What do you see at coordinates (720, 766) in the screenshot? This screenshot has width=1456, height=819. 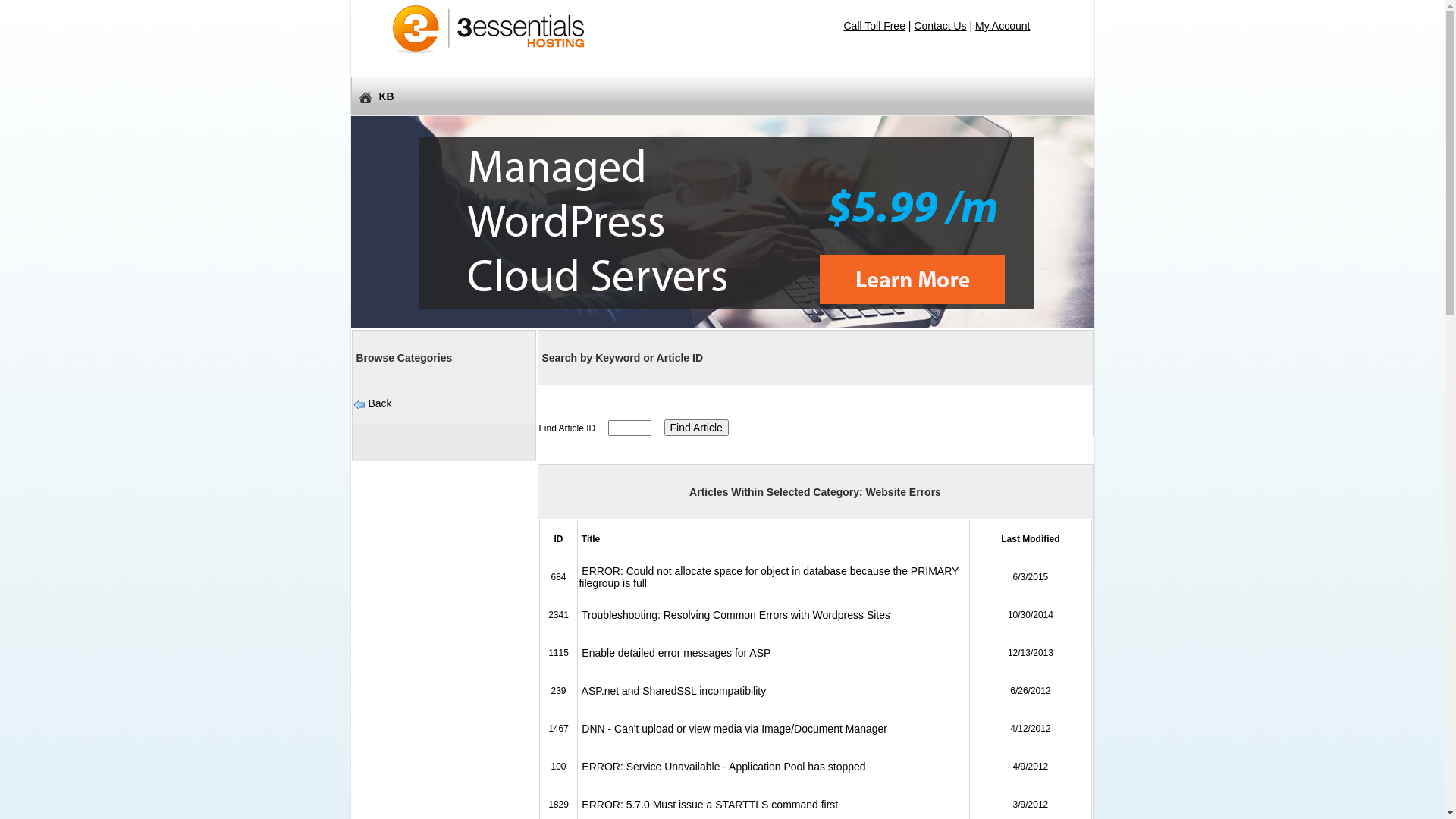 I see `' ERROR: Service Unavailable - Application Pool has stopped'` at bounding box center [720, 766].